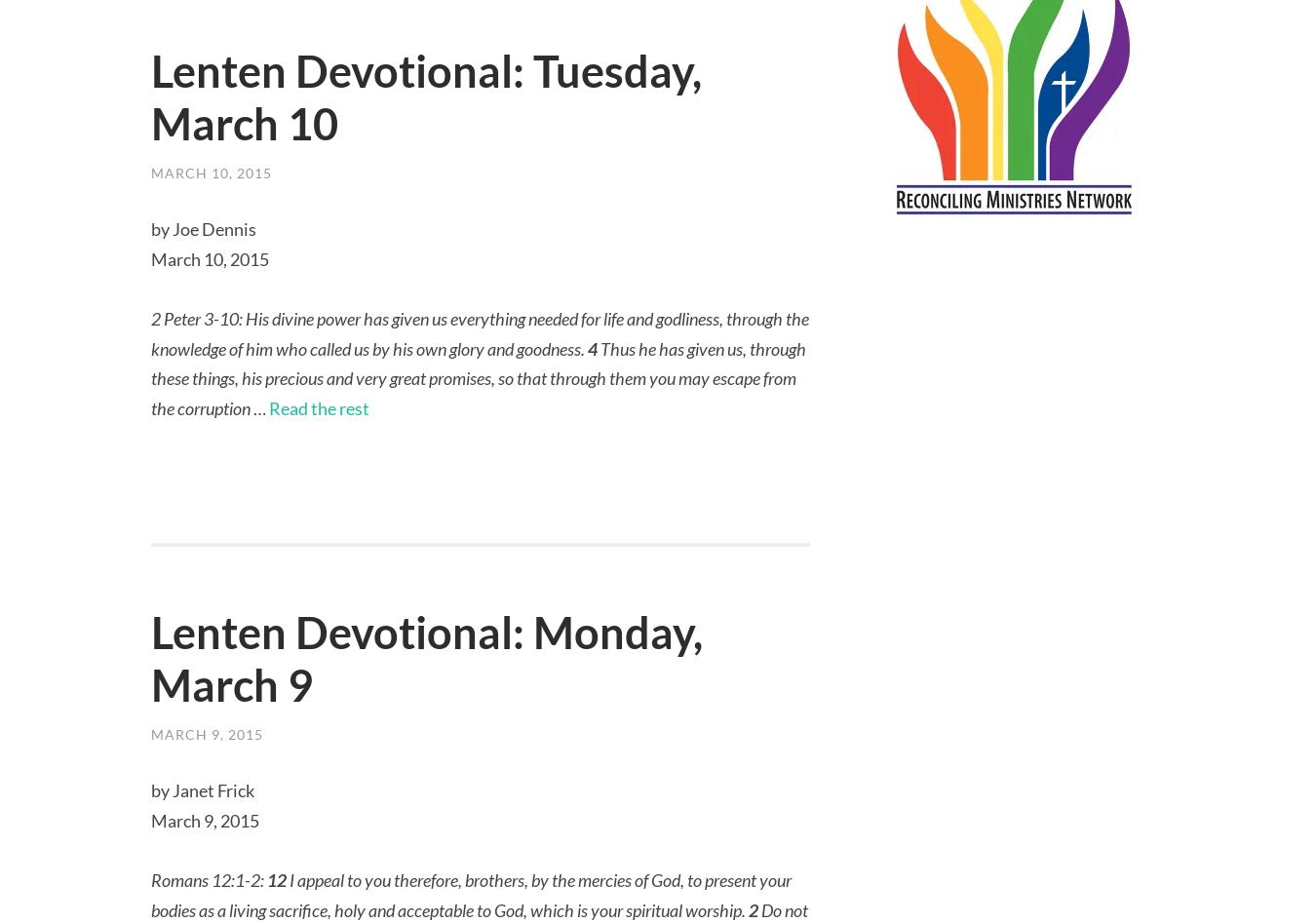  I want to click on 'Lenten Devotional: Tuesday, March 10', so click(426, 96).